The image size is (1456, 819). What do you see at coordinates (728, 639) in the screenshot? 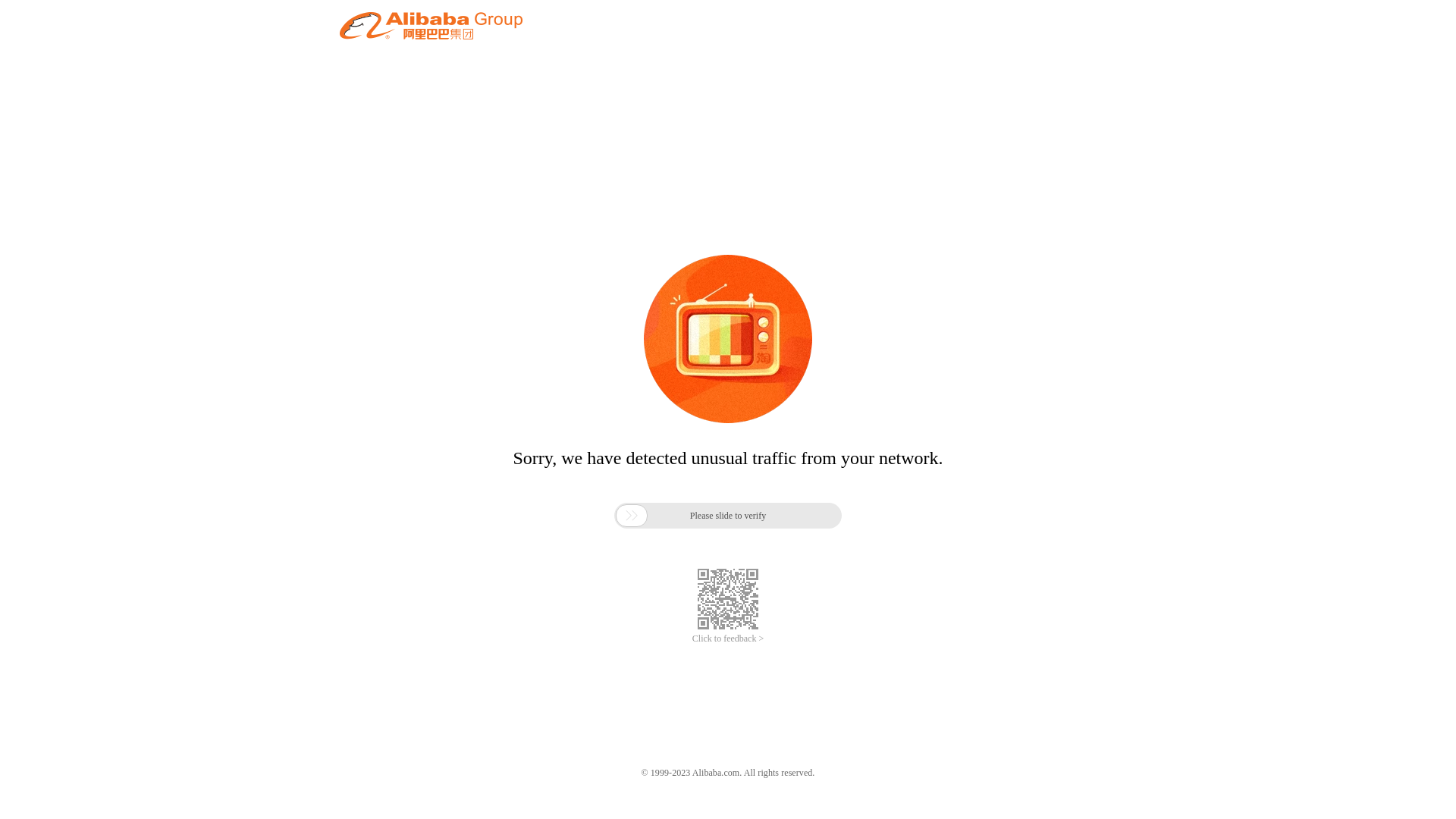
I see `'Click to feedback >'` at bounding box center [728, 639].